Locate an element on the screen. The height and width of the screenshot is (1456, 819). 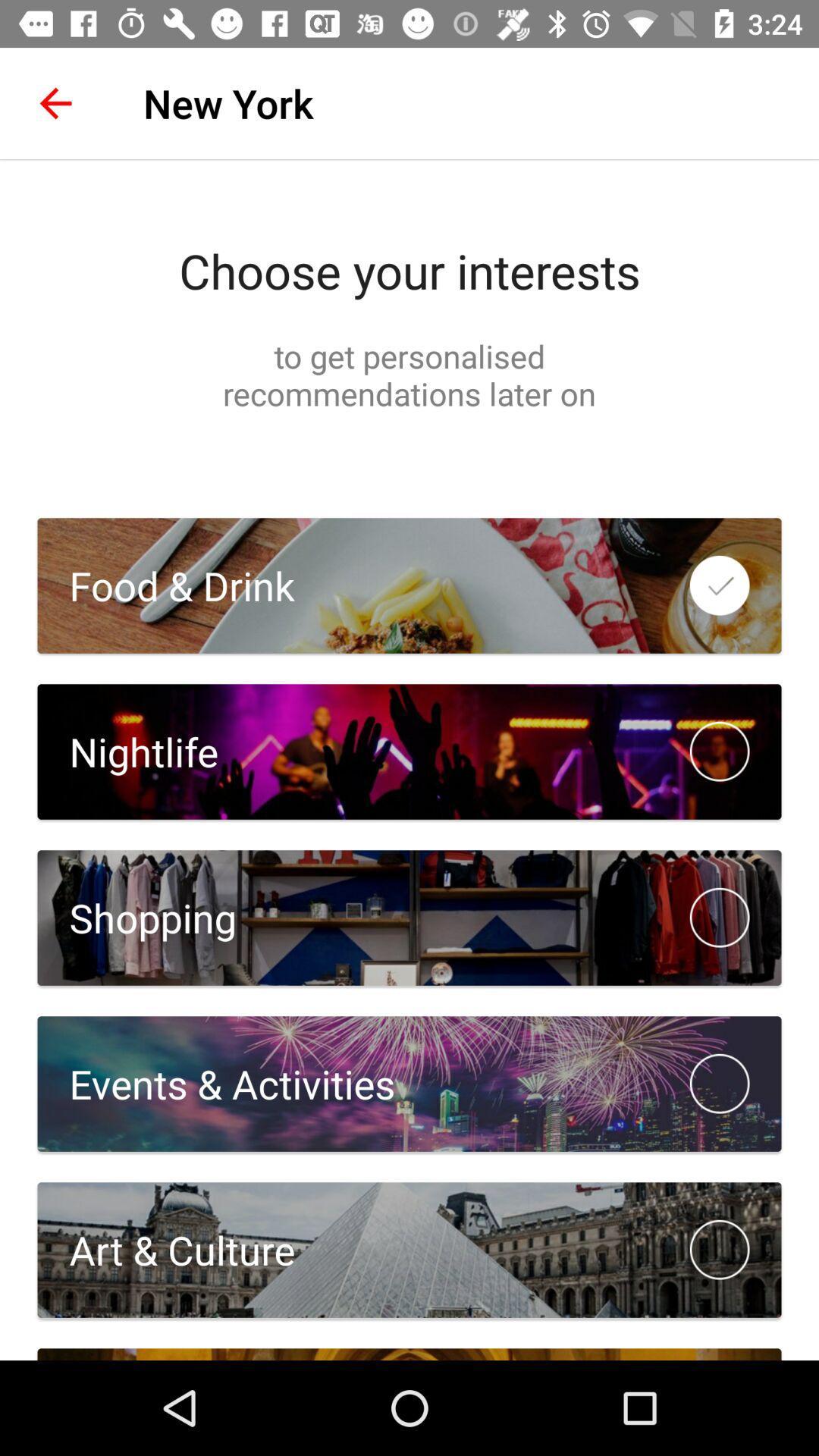
the second radio button from the top of the page is located at coordinates (719, 752).